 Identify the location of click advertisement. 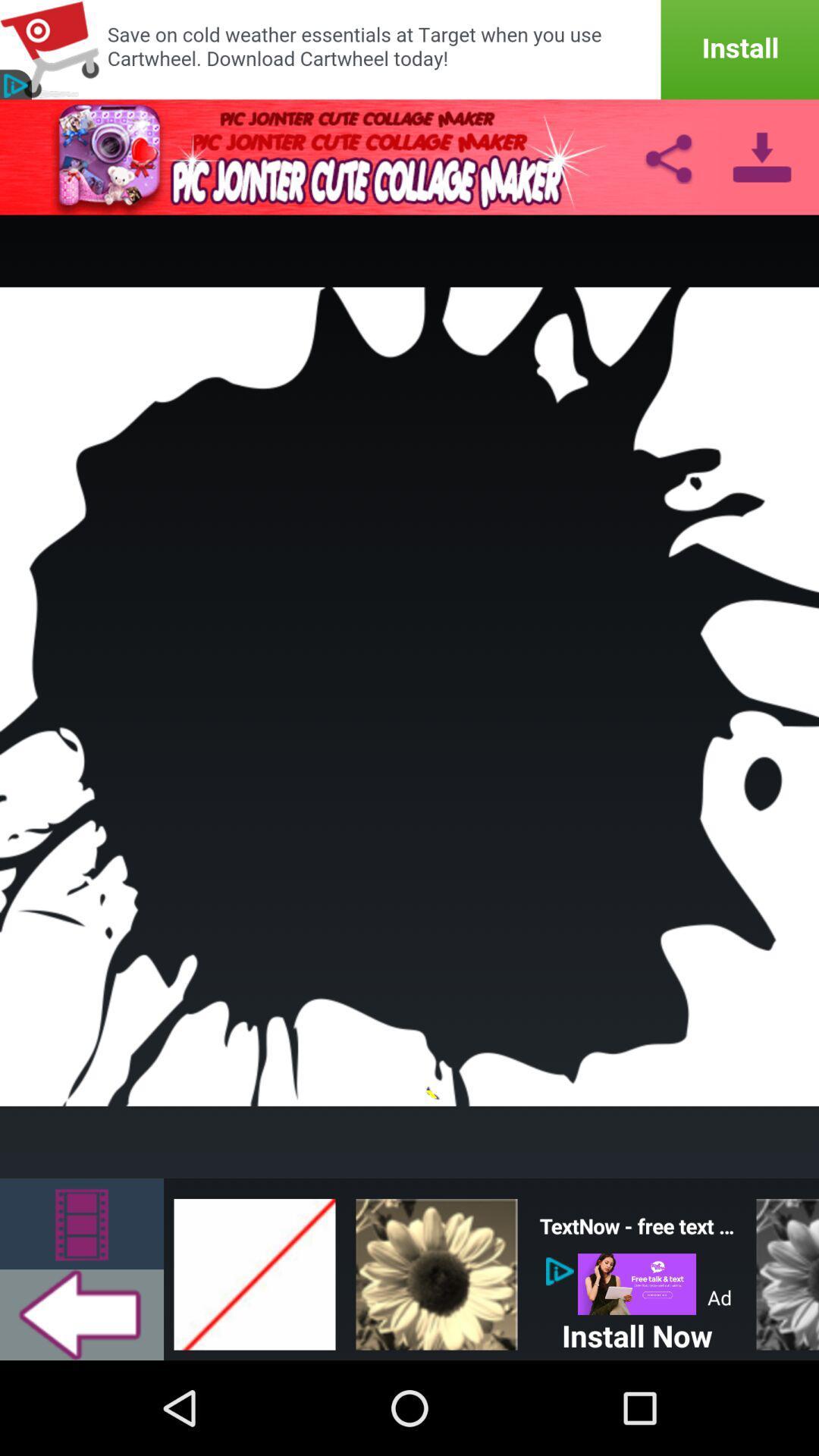
(637, 1283).